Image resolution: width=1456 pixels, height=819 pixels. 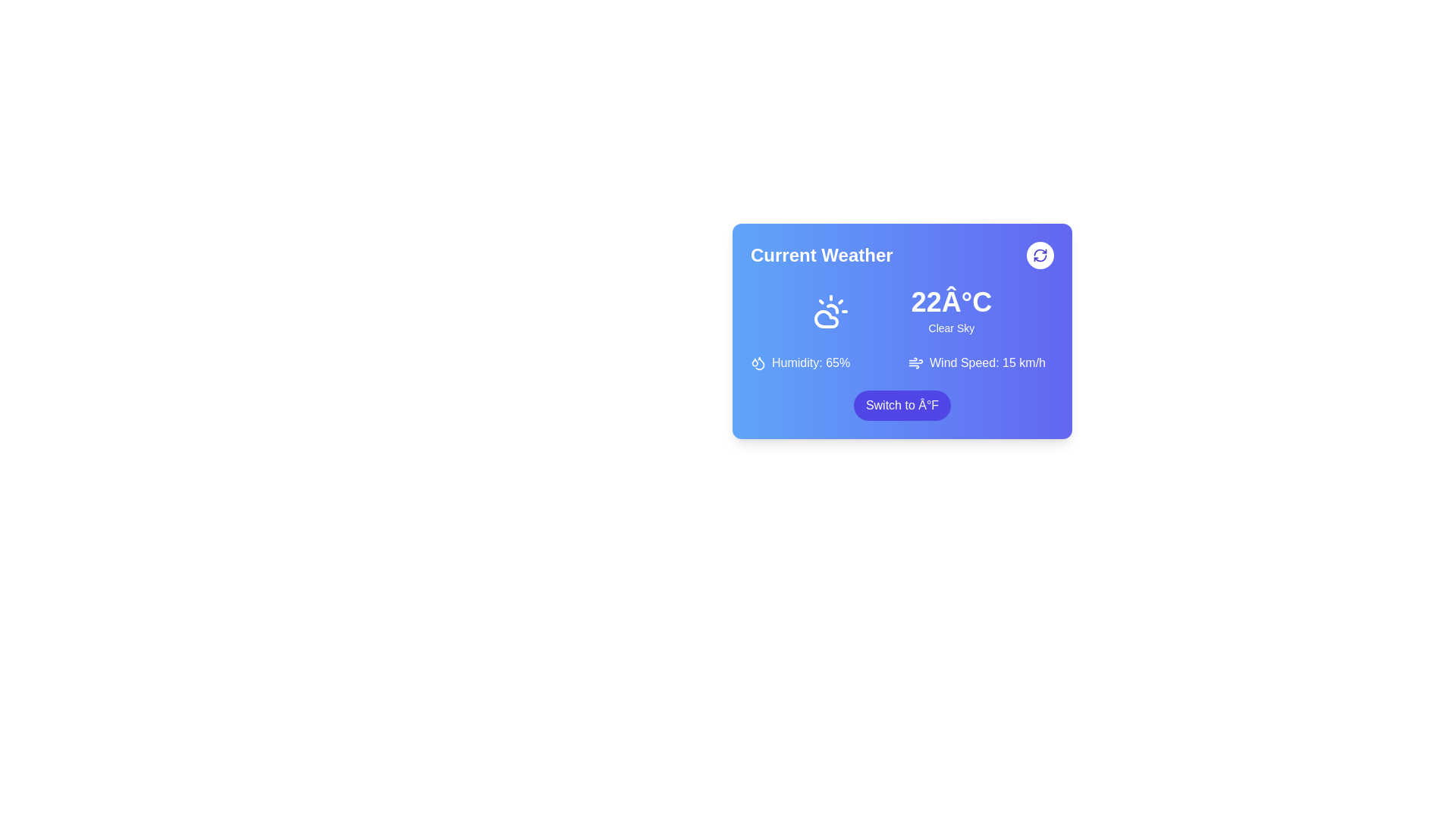 What do you see at coordinates (987, 362) in the screenshot?
I see `the Text Label displaying the current wind speed of 15 km/h, located within the weather information card component` at bounding box center [987, 362].